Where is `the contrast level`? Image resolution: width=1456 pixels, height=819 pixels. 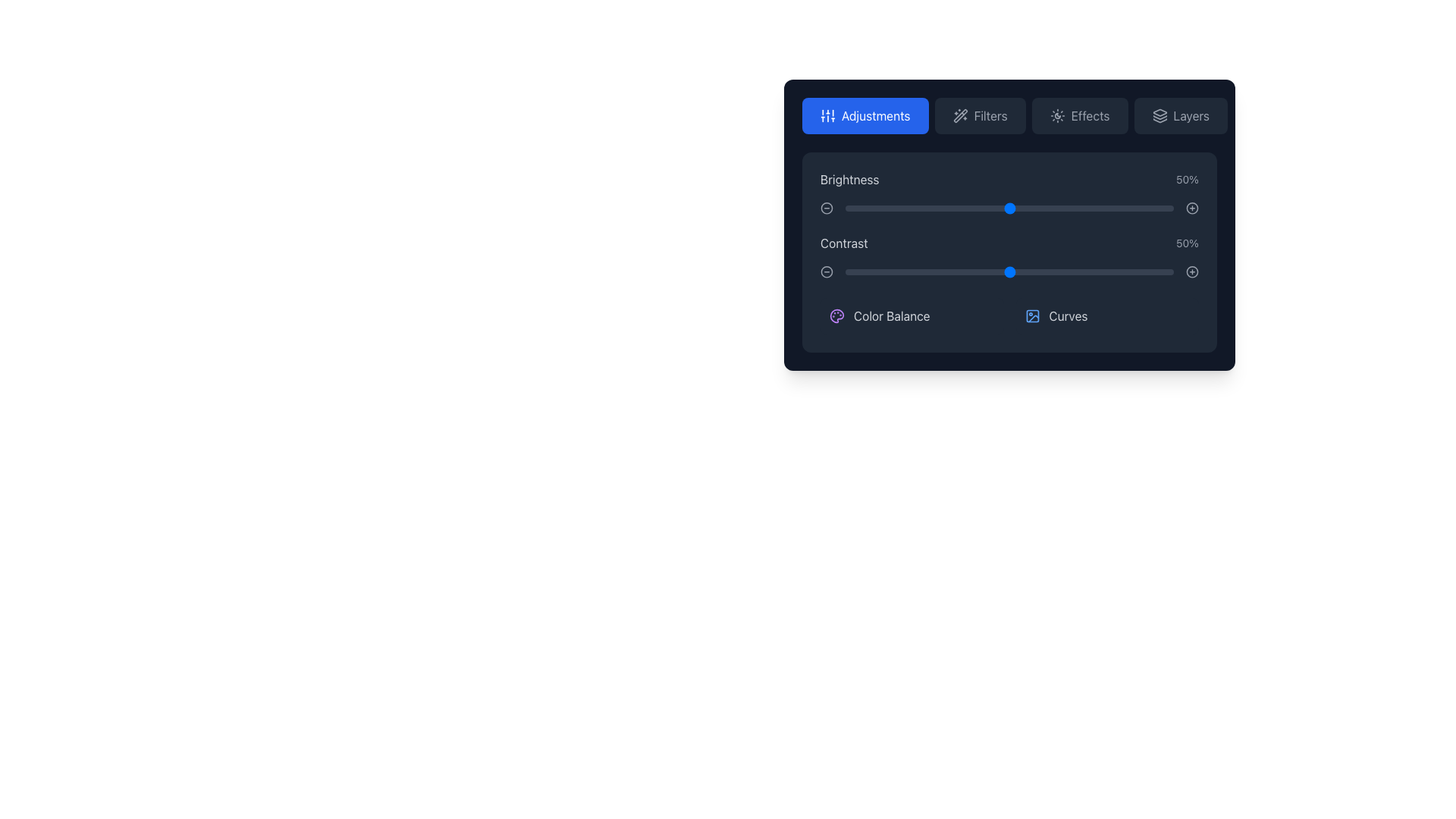
the contrast level is located at coordinates (1104, 271).